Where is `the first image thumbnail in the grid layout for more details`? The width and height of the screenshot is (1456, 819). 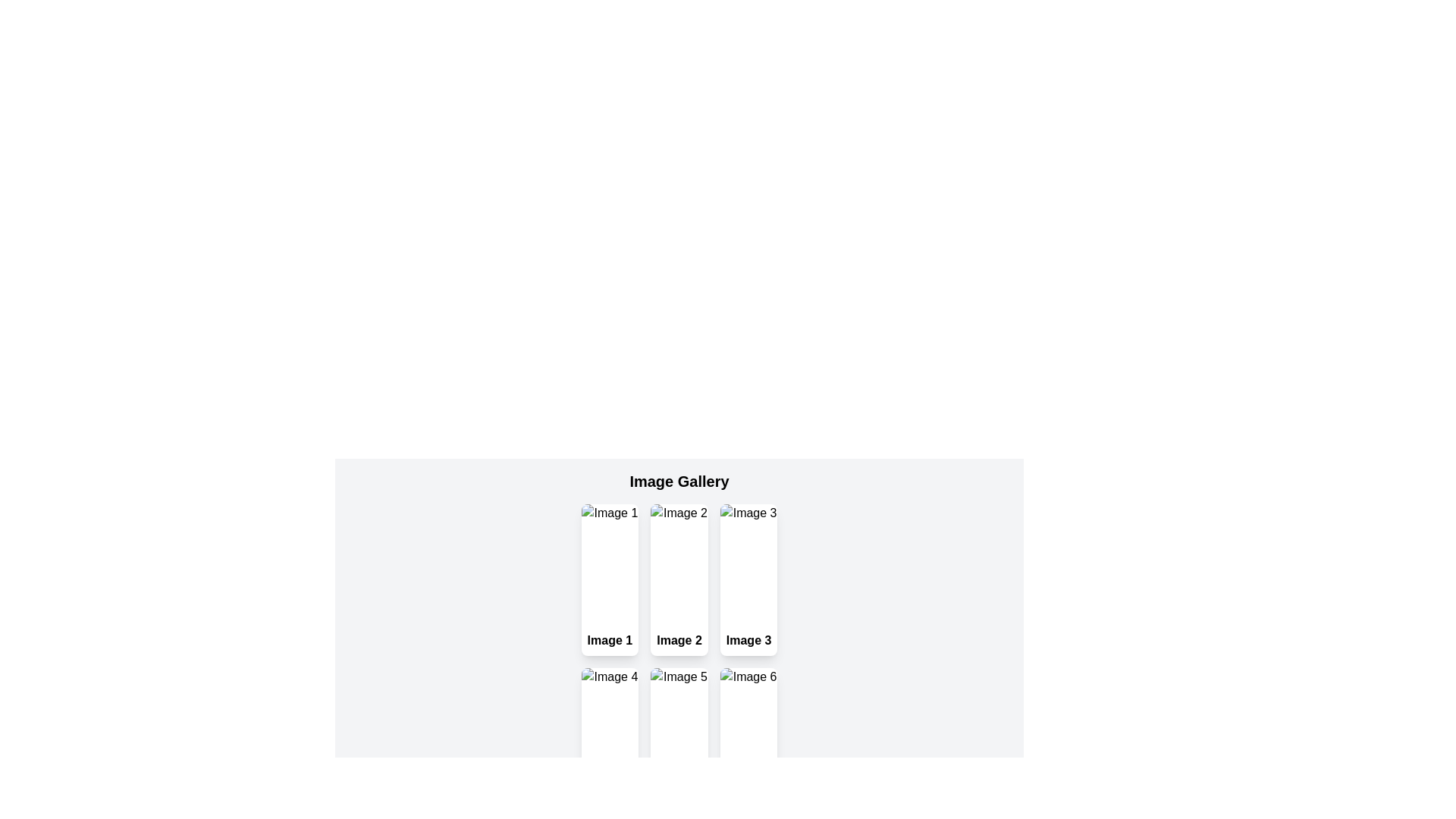 the first image thumbnail in the grid layout for more details is located at coordinates (610, 564).